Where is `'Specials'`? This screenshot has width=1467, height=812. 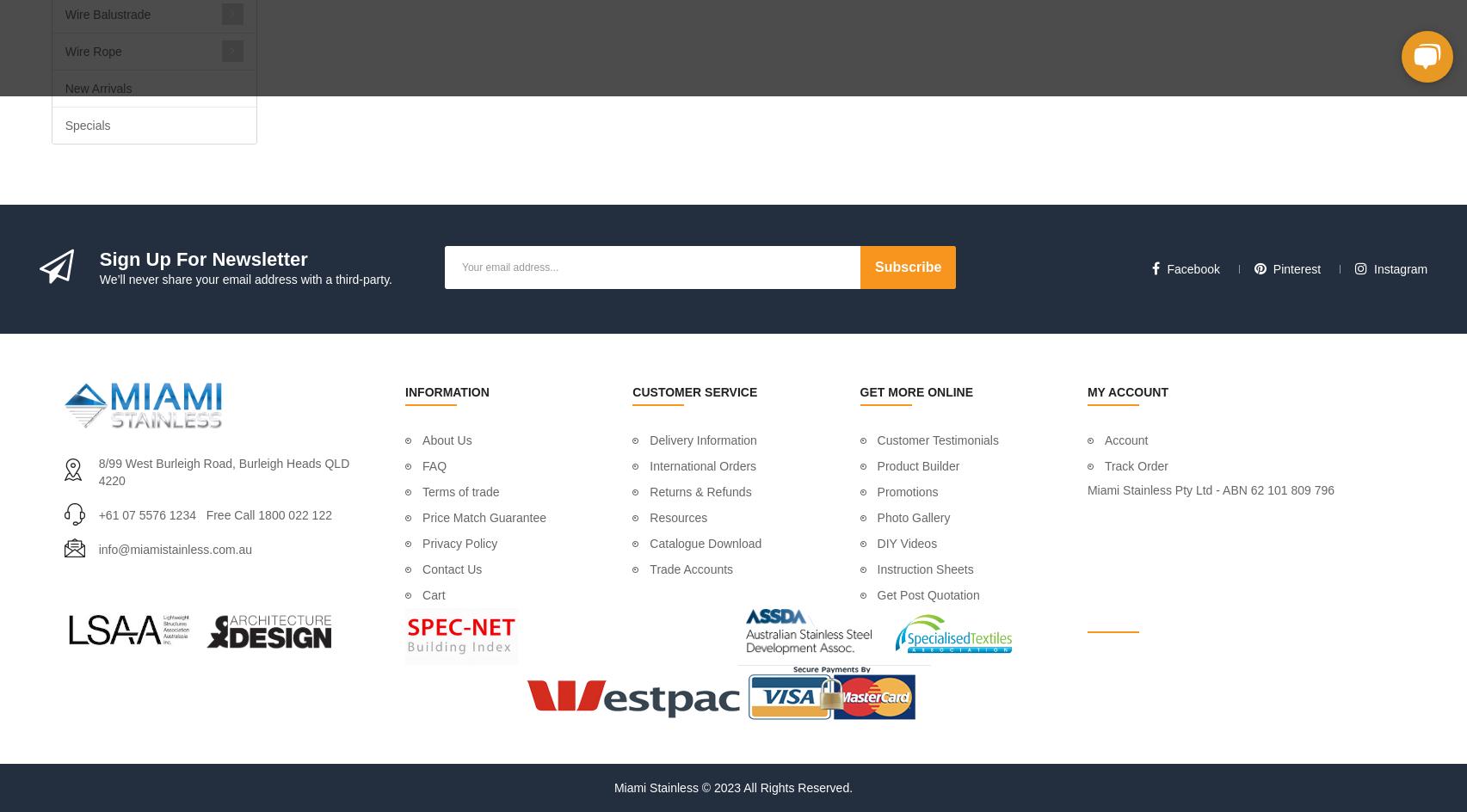 'Specials' is located at coordinates (87, 126).